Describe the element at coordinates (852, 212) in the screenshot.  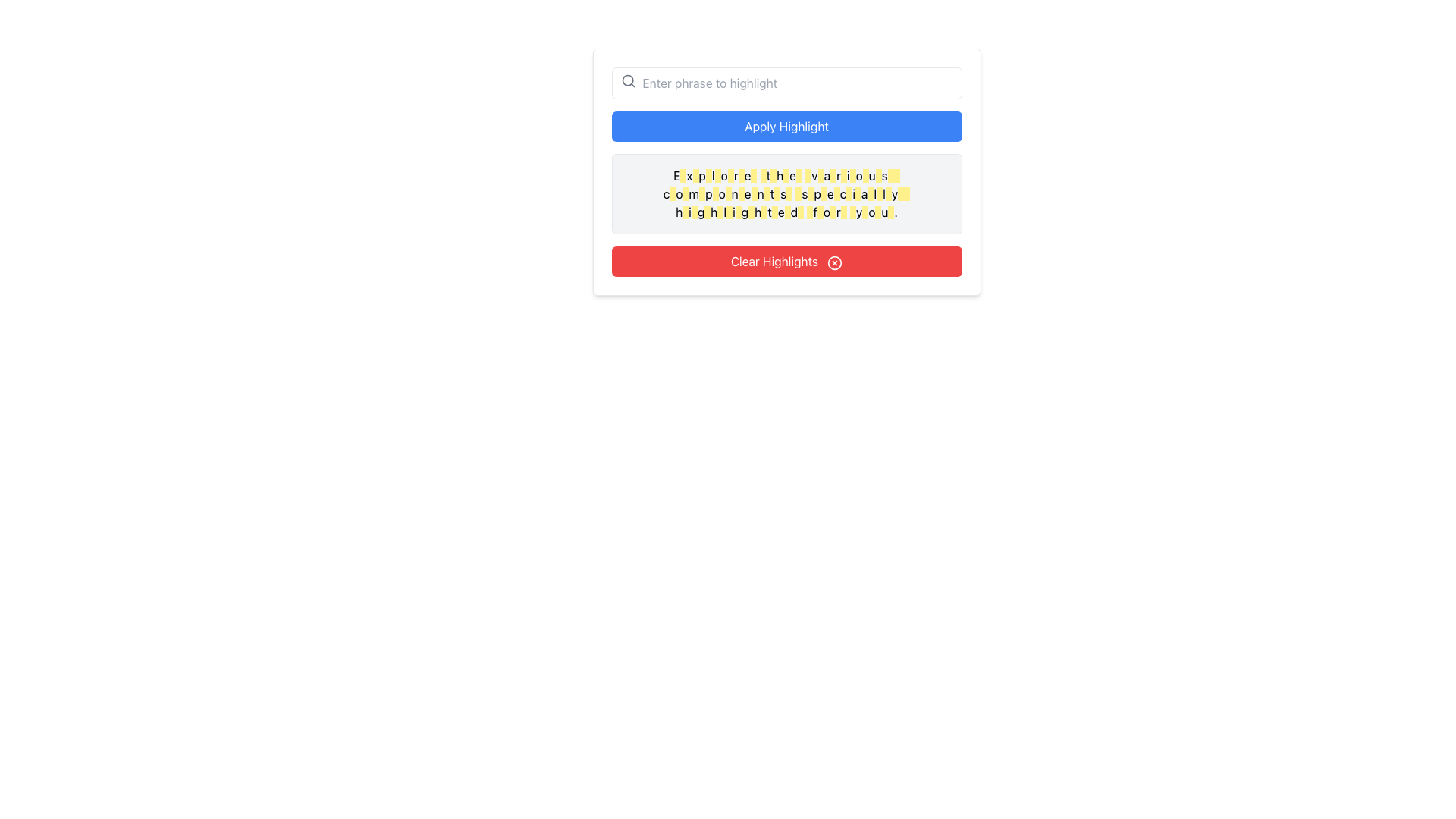
I see `the highlight element that appears as a small rectangular shape with a light yellow background and dark yellow text, located within the sentence 'Explore the various components specially highlighted for you.'` at that location.